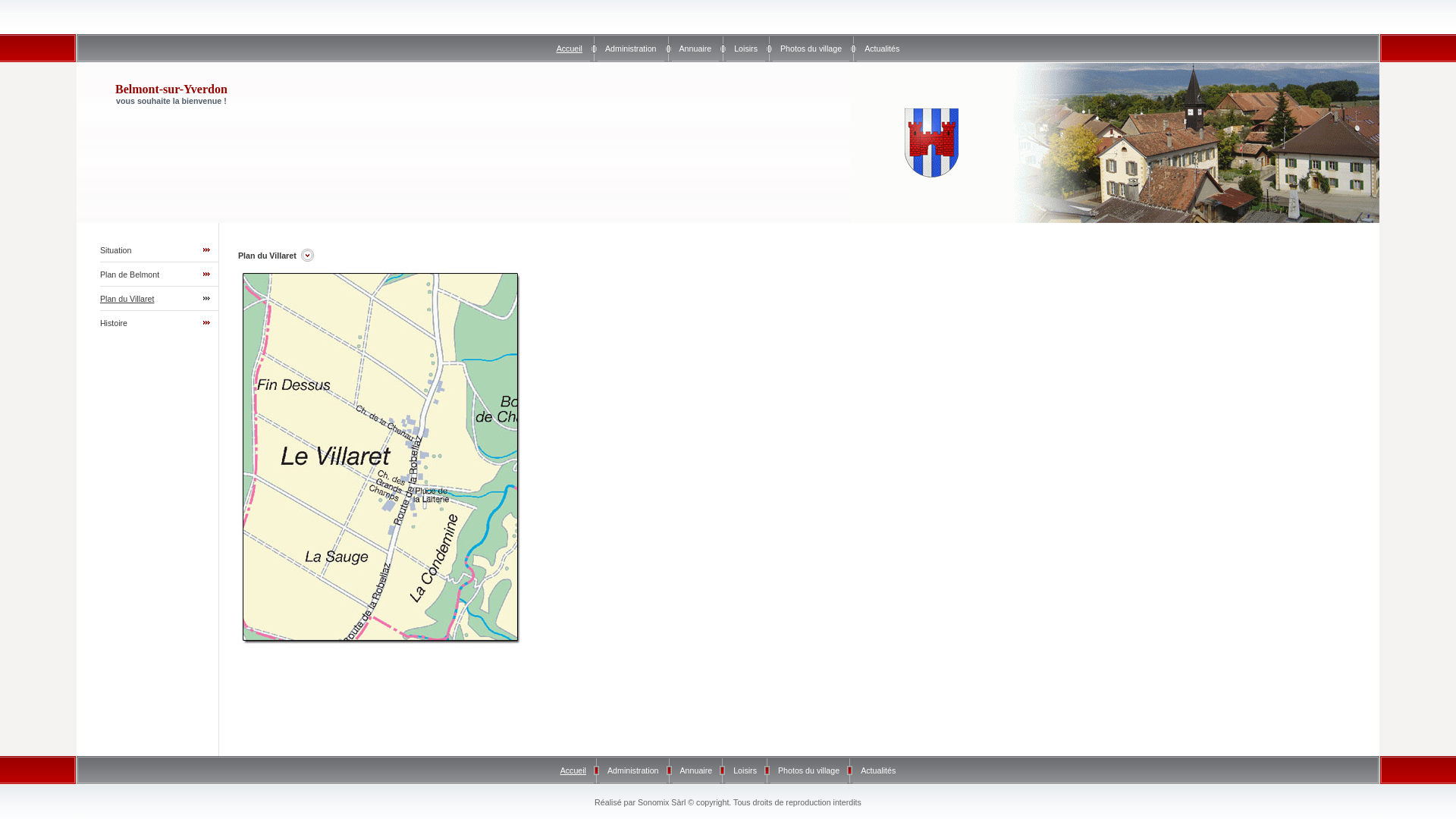 The height and width of the screenshot is (819, 1456). I want to click on 'Accueil', so click(572, 770).